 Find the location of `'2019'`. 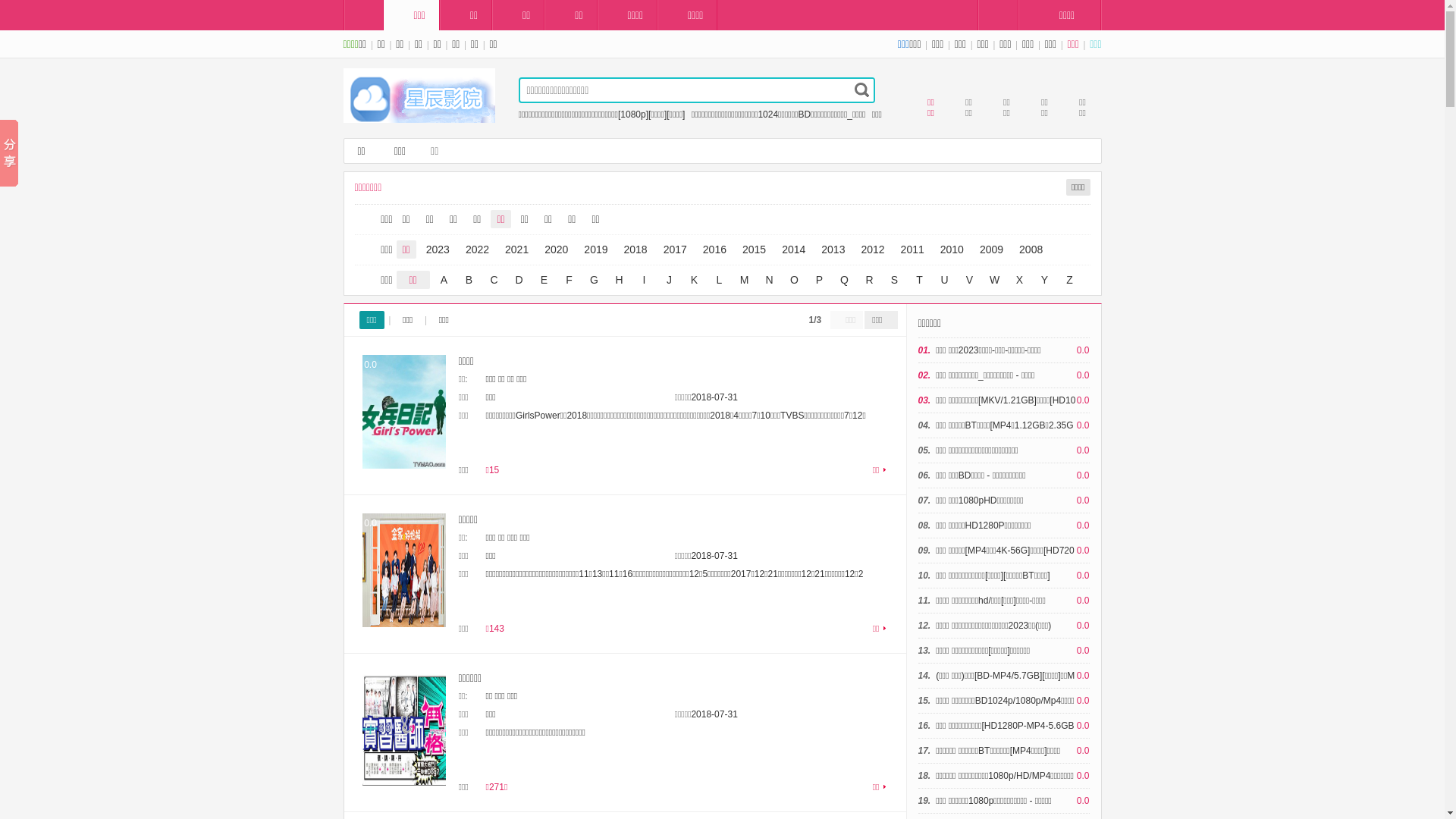

'2019' is located at coordinates (595, 248).